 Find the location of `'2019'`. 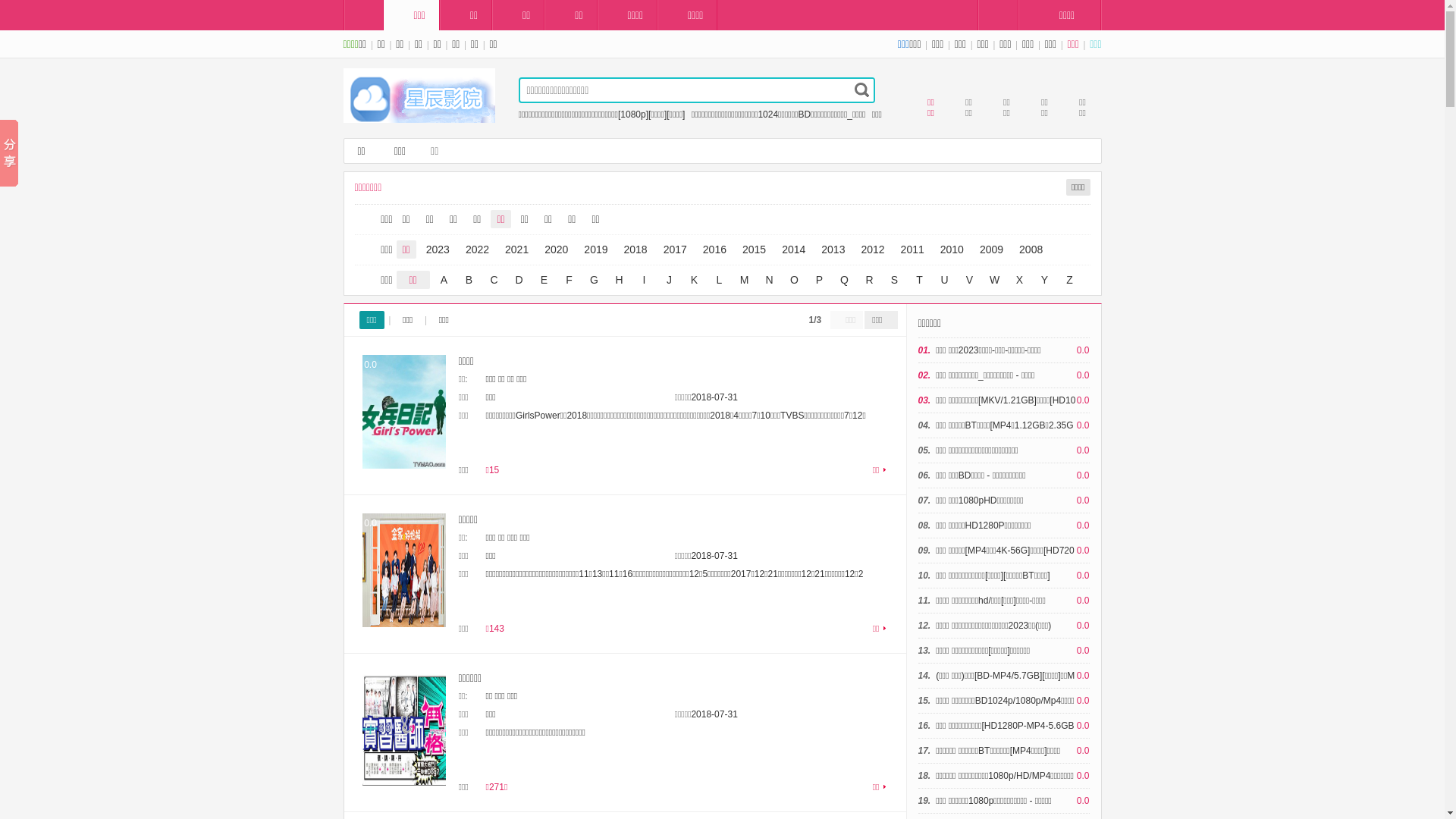

'2019' is located at coordinates (595, 248).